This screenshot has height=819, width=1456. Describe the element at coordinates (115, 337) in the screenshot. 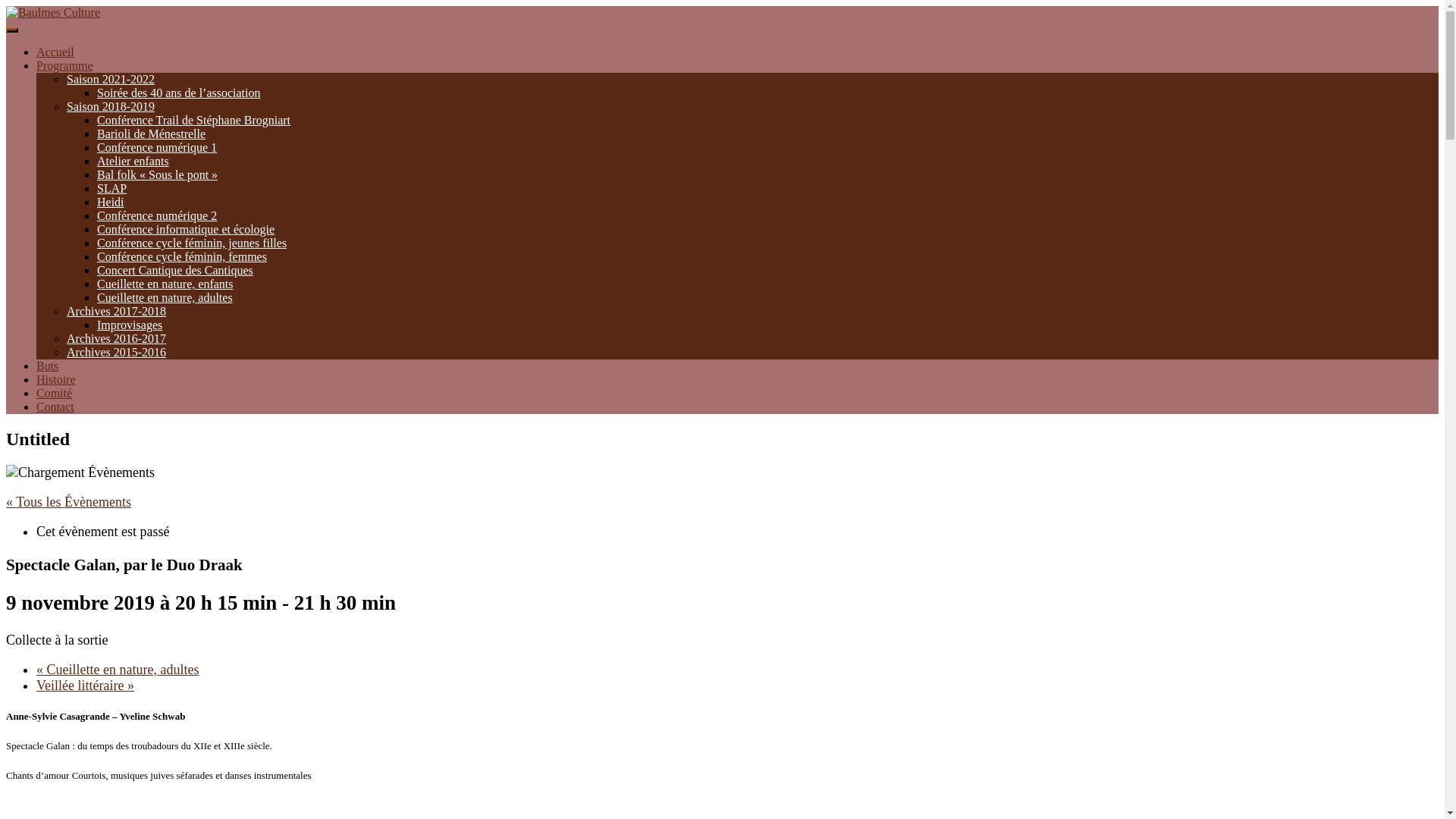

I see `'Archives 2016-2017'` at that location.